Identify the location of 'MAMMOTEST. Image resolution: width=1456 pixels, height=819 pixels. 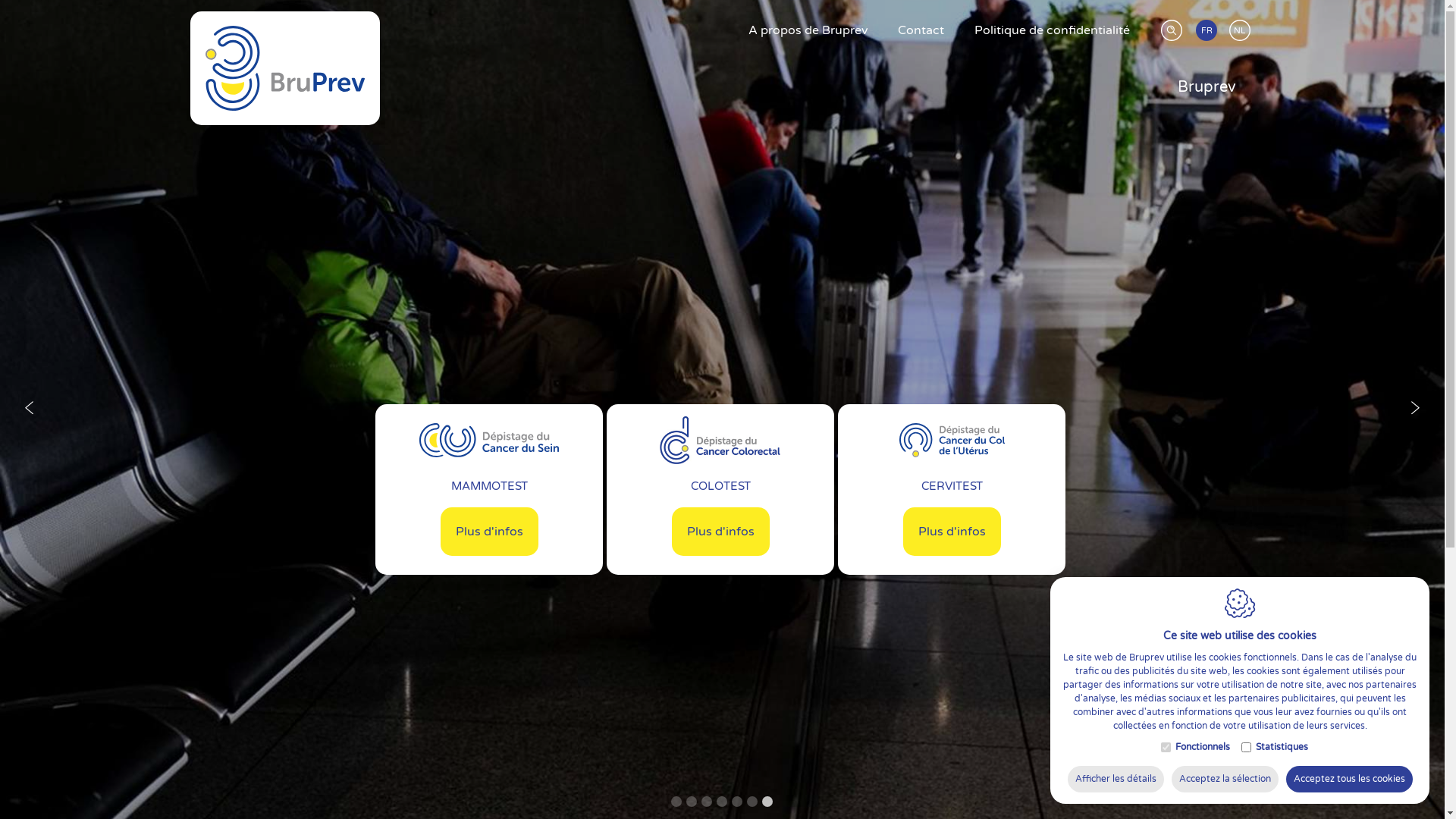
(488, 489).